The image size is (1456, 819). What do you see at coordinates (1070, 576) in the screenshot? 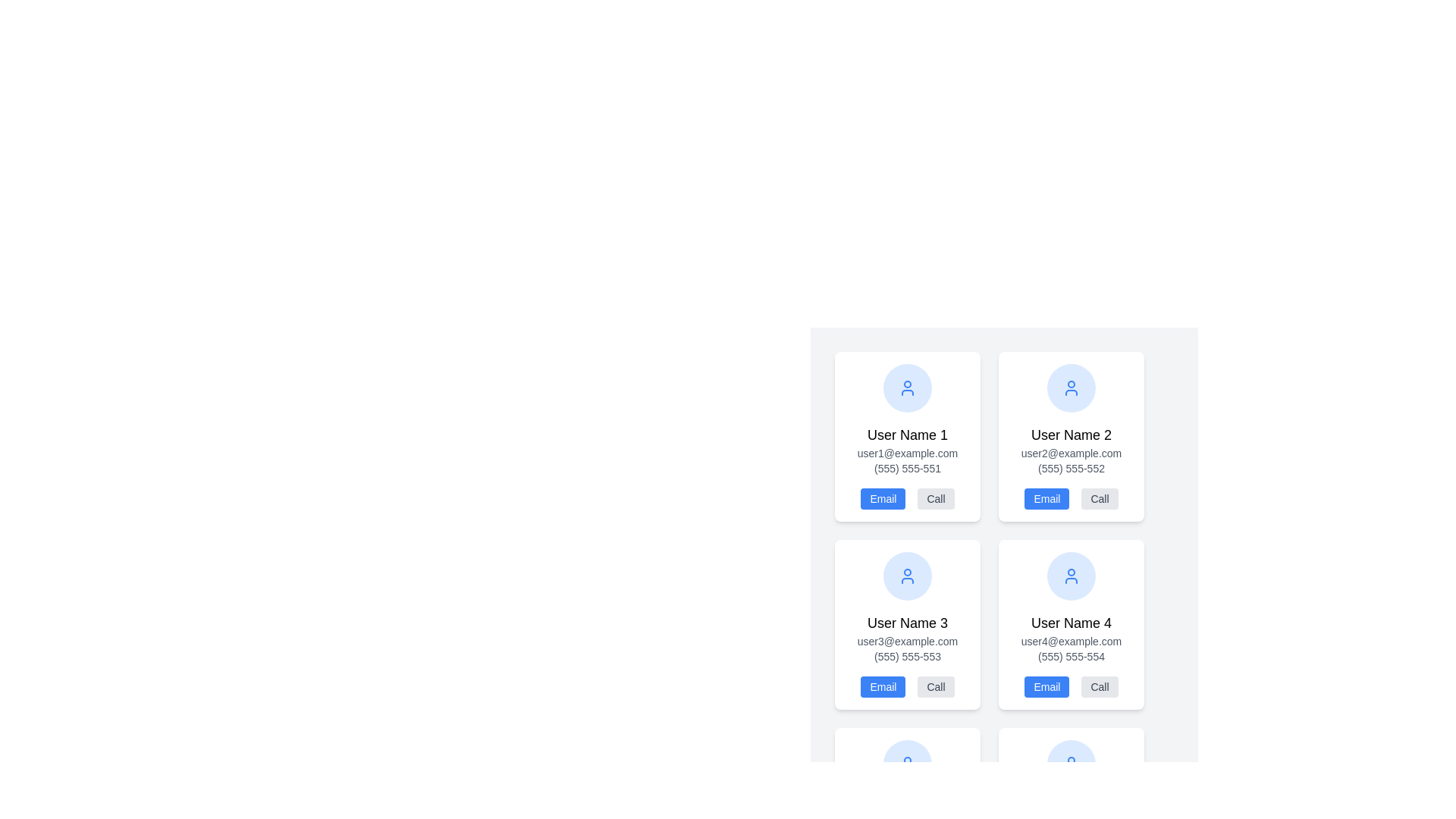
I see `the circular user silhouette icon with a blue outline at the top center of the user information card` at bounding box center [1070, 576].